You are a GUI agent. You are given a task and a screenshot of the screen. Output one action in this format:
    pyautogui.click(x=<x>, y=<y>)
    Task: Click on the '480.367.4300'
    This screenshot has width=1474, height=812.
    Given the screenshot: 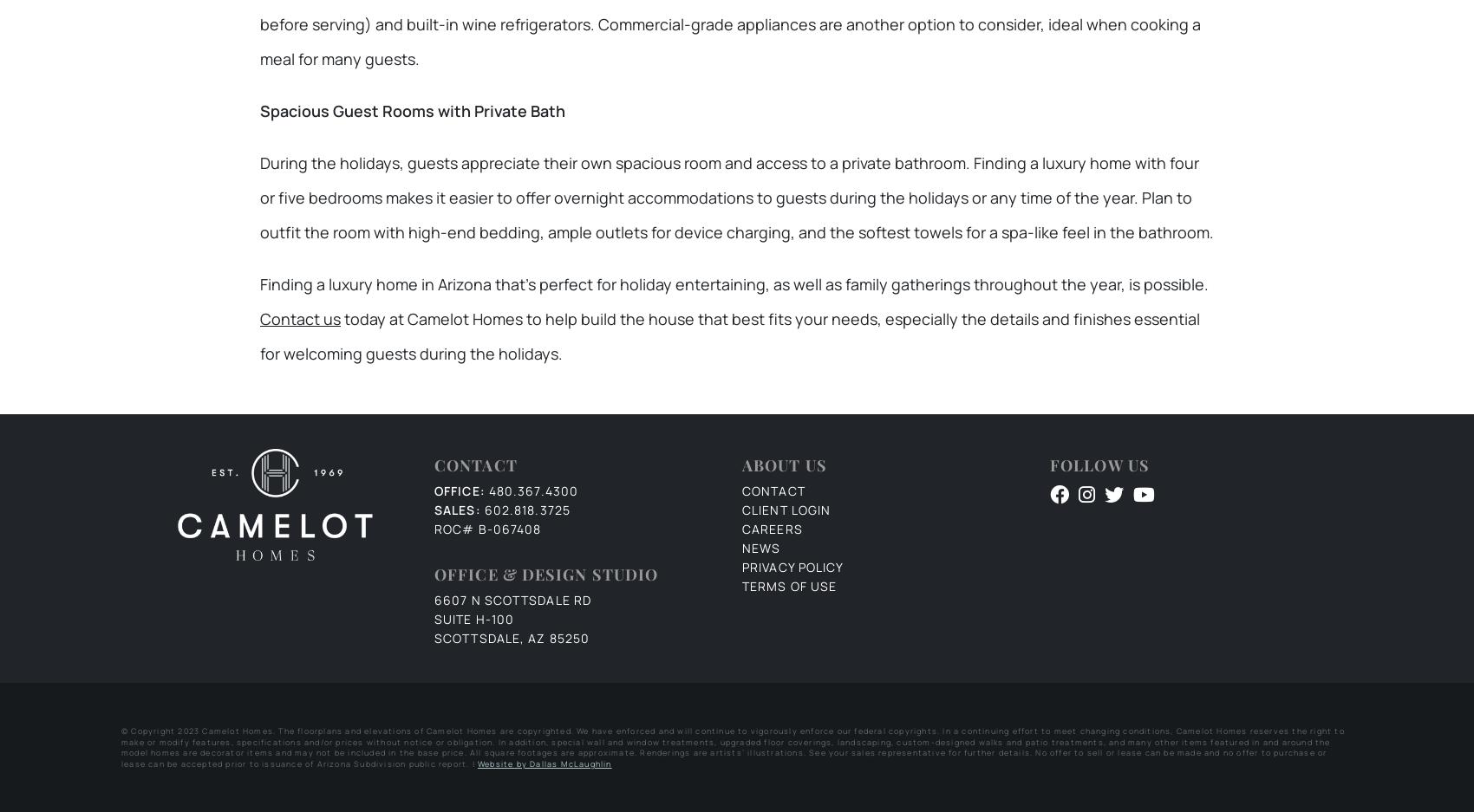 What is the action you would take?
    pyautogui.click(x=487, y=490)
    